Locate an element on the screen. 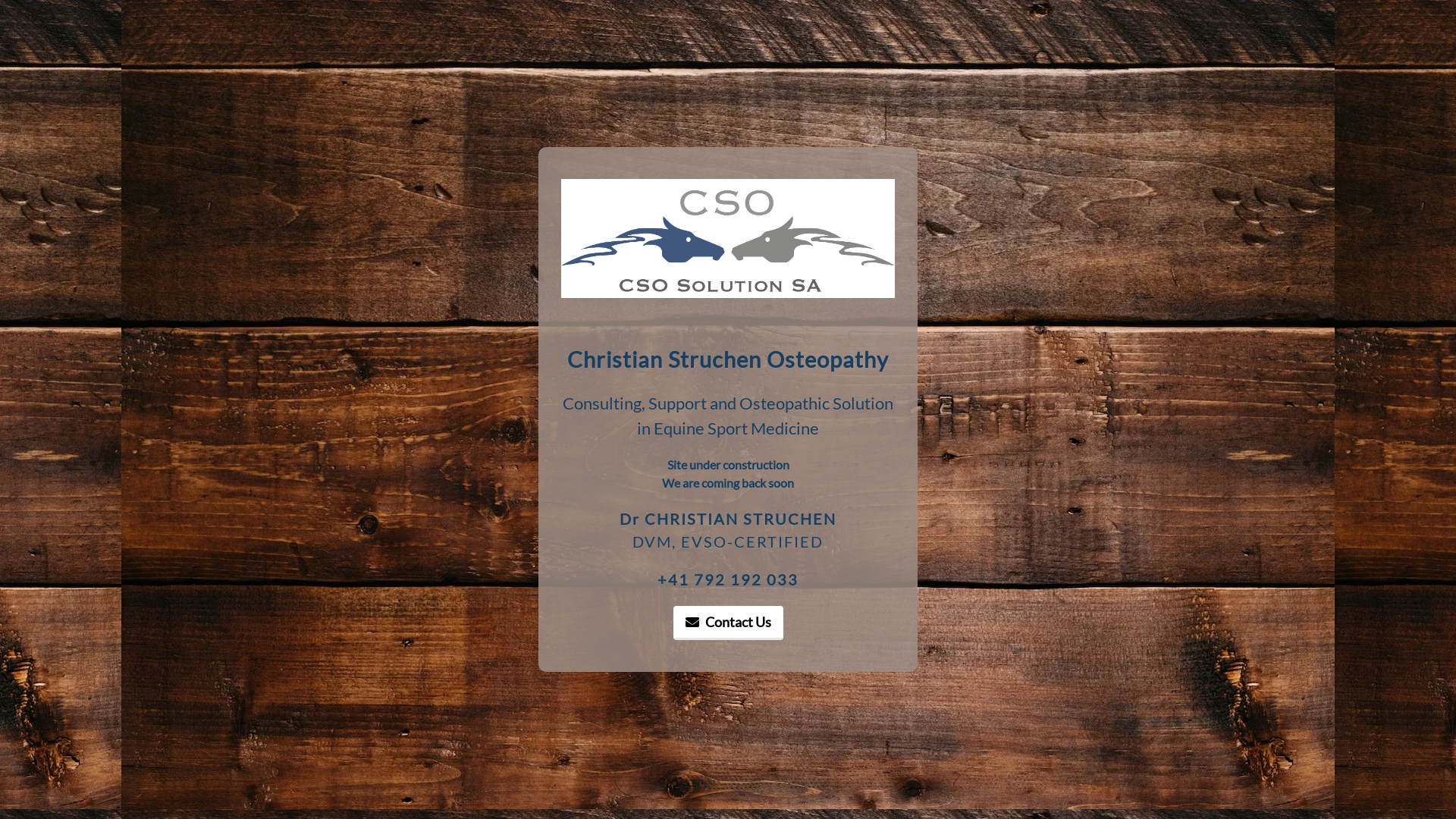 This screenshot has height=819, width=1456. 'Contact Us' is located at coordinates (673, 623).